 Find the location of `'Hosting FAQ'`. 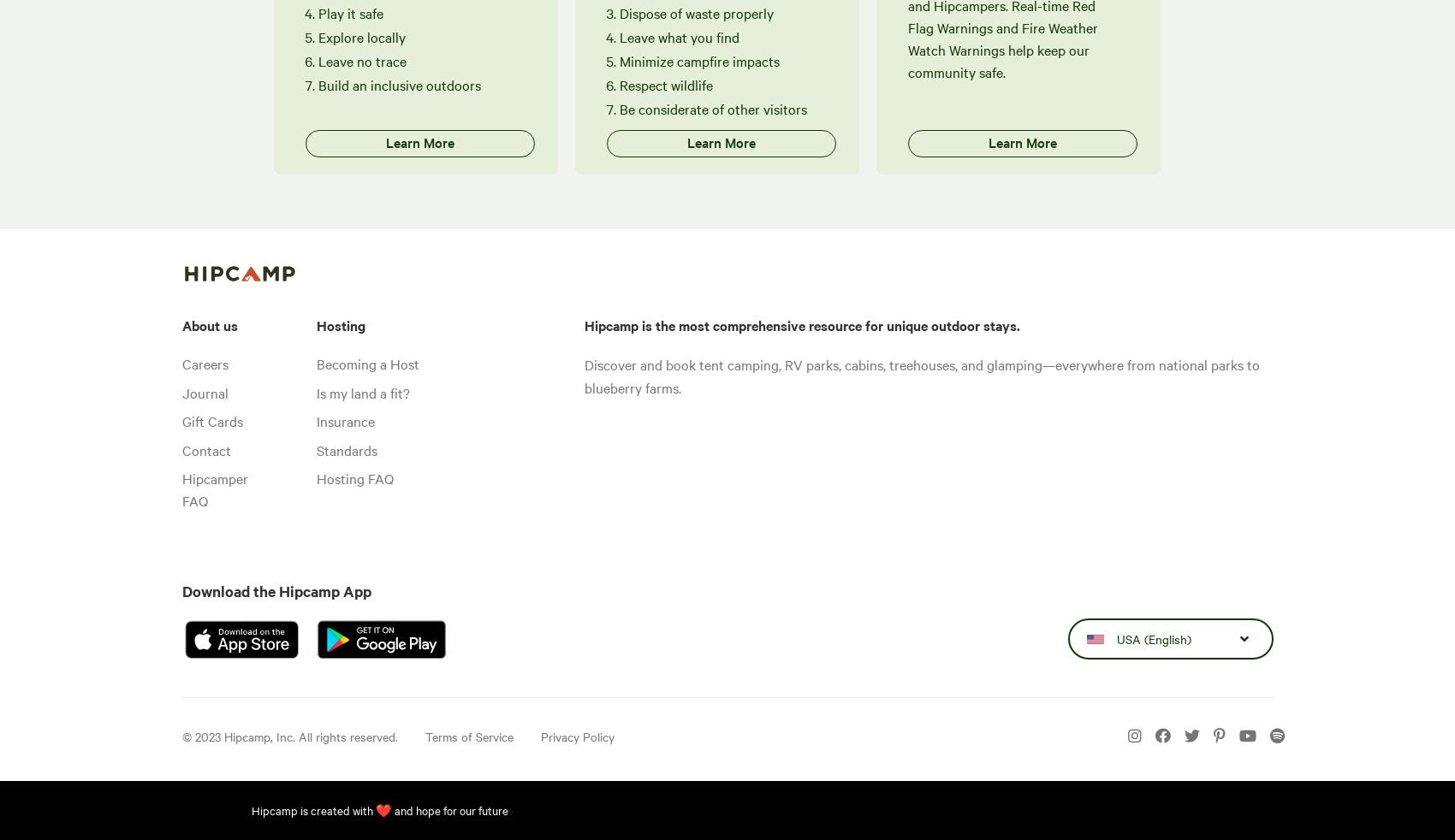

'Hosting FAQ' is located at coordinates (353, 476).